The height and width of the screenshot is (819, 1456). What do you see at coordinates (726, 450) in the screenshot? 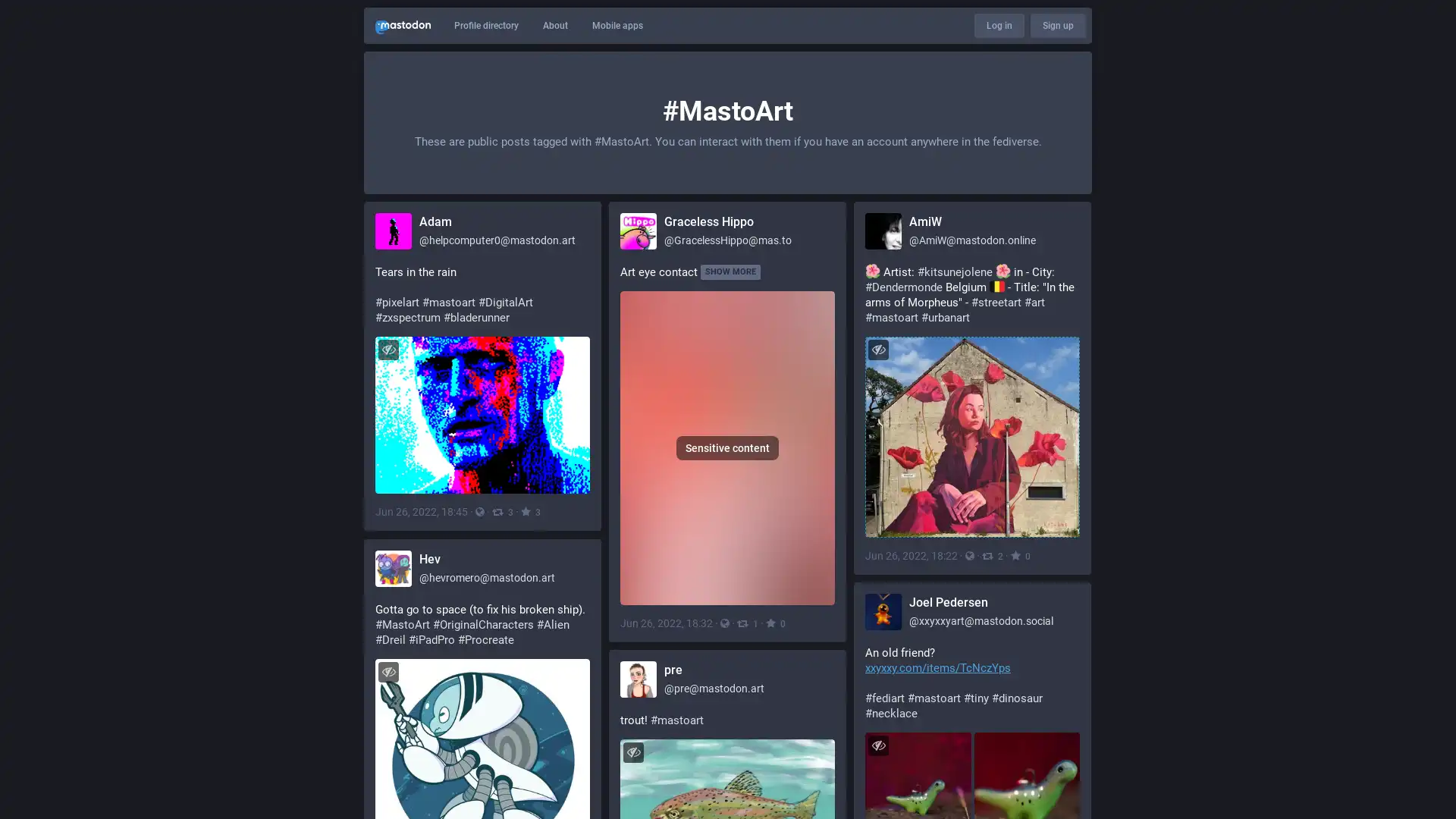
I see `Sensitive content` at bounding box center [726, 450].